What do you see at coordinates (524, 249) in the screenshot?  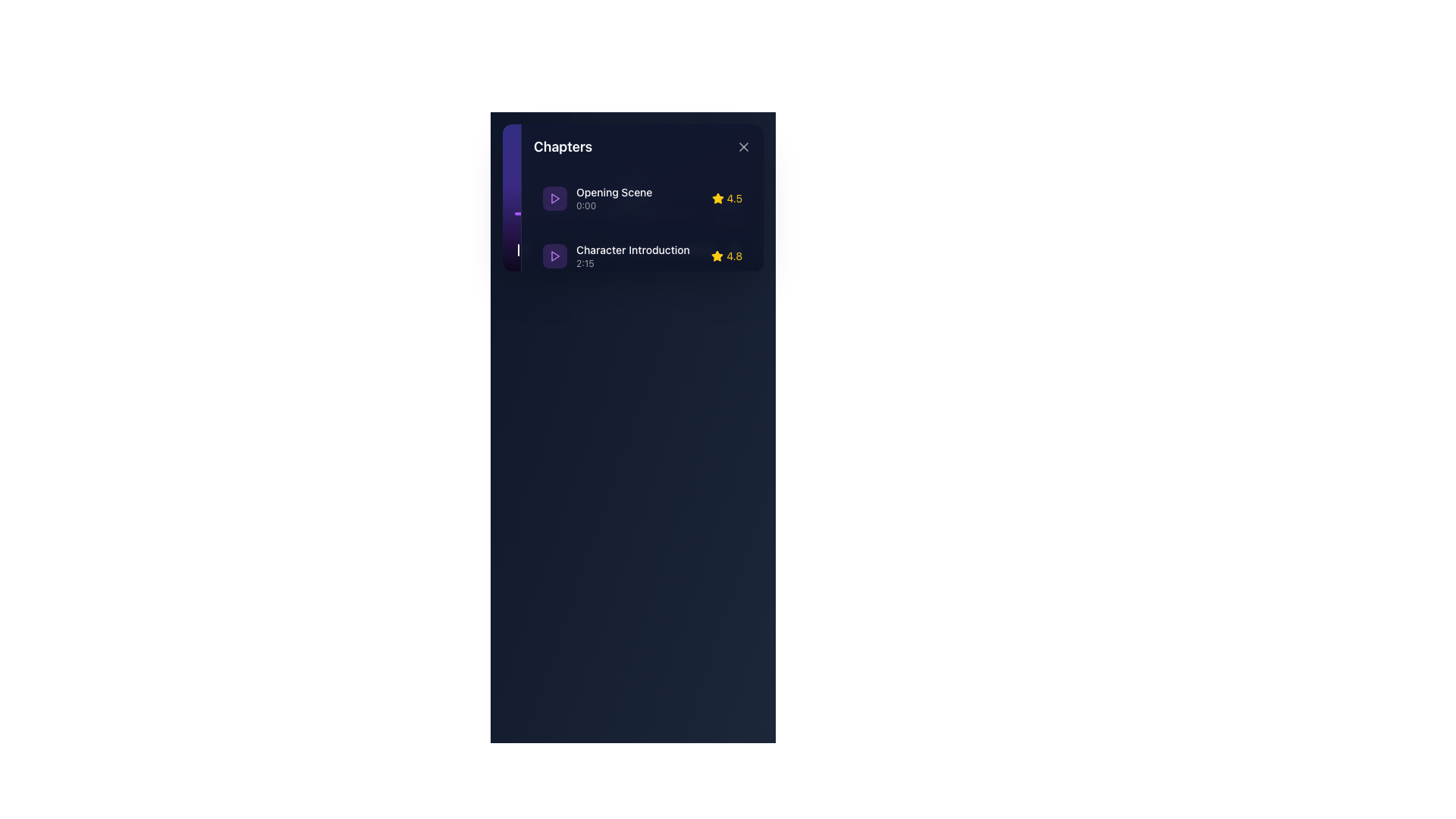 I see `the first circular button located at the far left of the button bar in the sidebar` at bounding box center [524, 249].